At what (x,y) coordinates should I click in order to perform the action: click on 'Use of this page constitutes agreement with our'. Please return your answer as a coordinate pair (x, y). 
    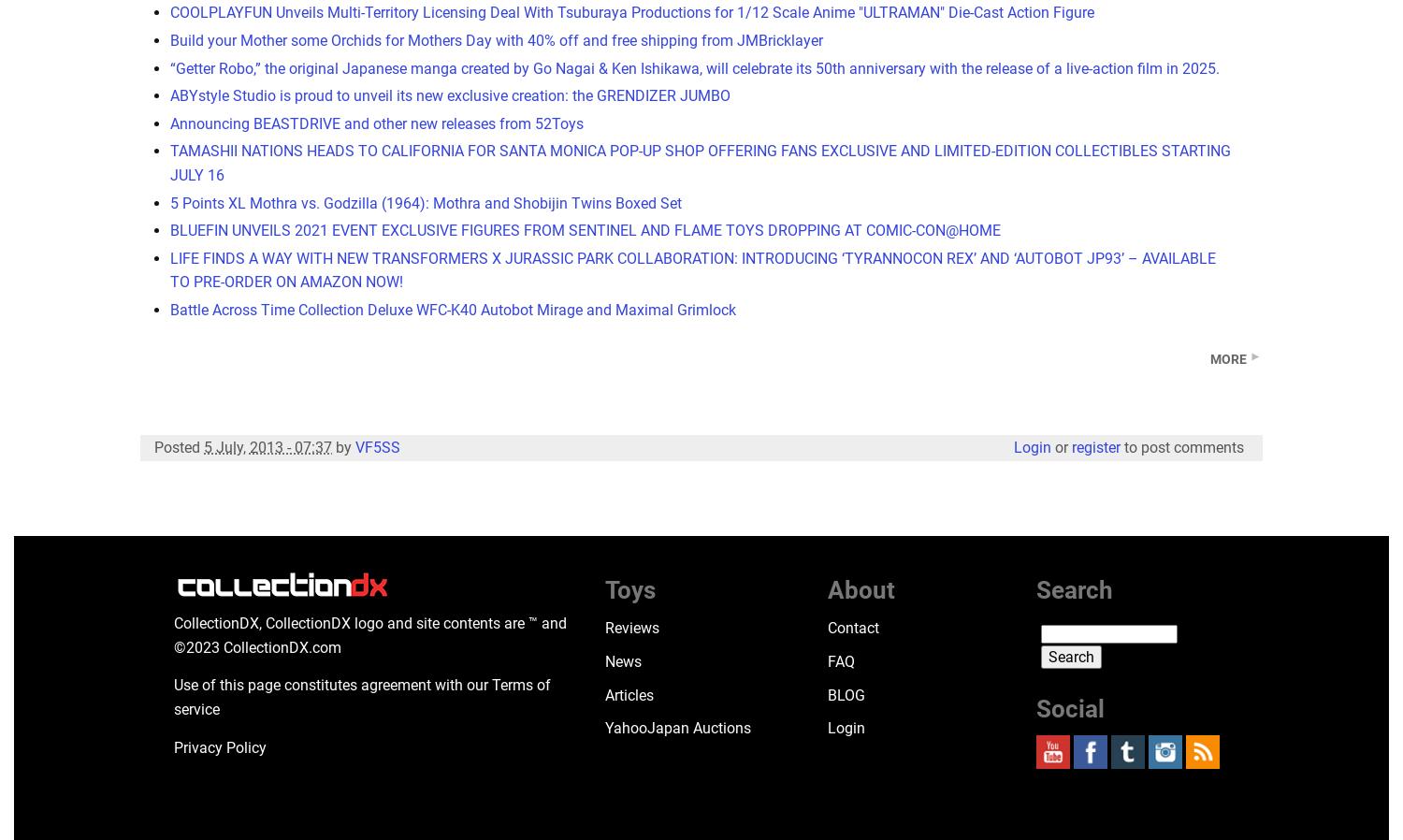
    Looking at the image, I should click on (331, 685).